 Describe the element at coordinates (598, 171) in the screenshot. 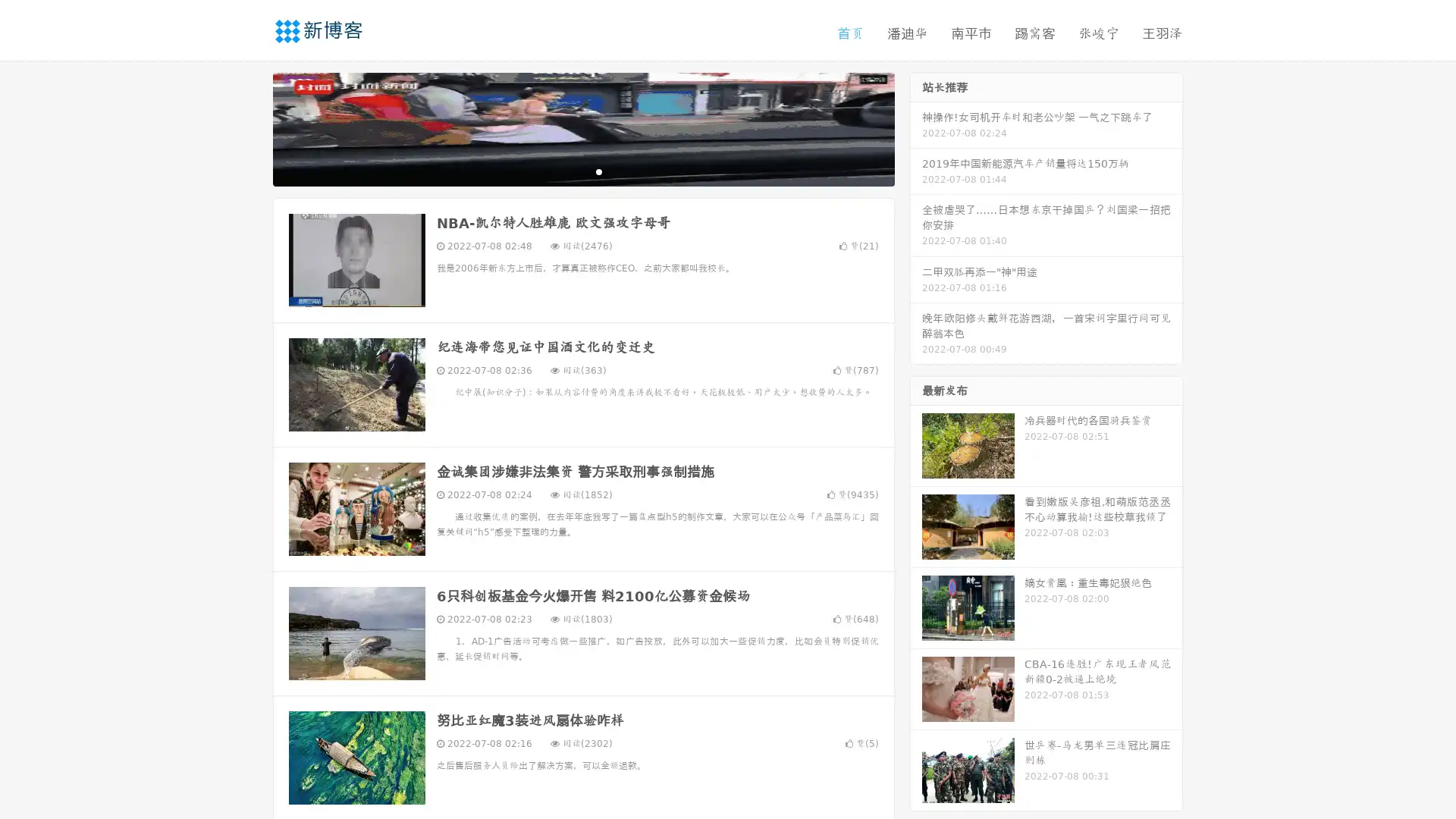

I see `Go to slide 3` at that location.